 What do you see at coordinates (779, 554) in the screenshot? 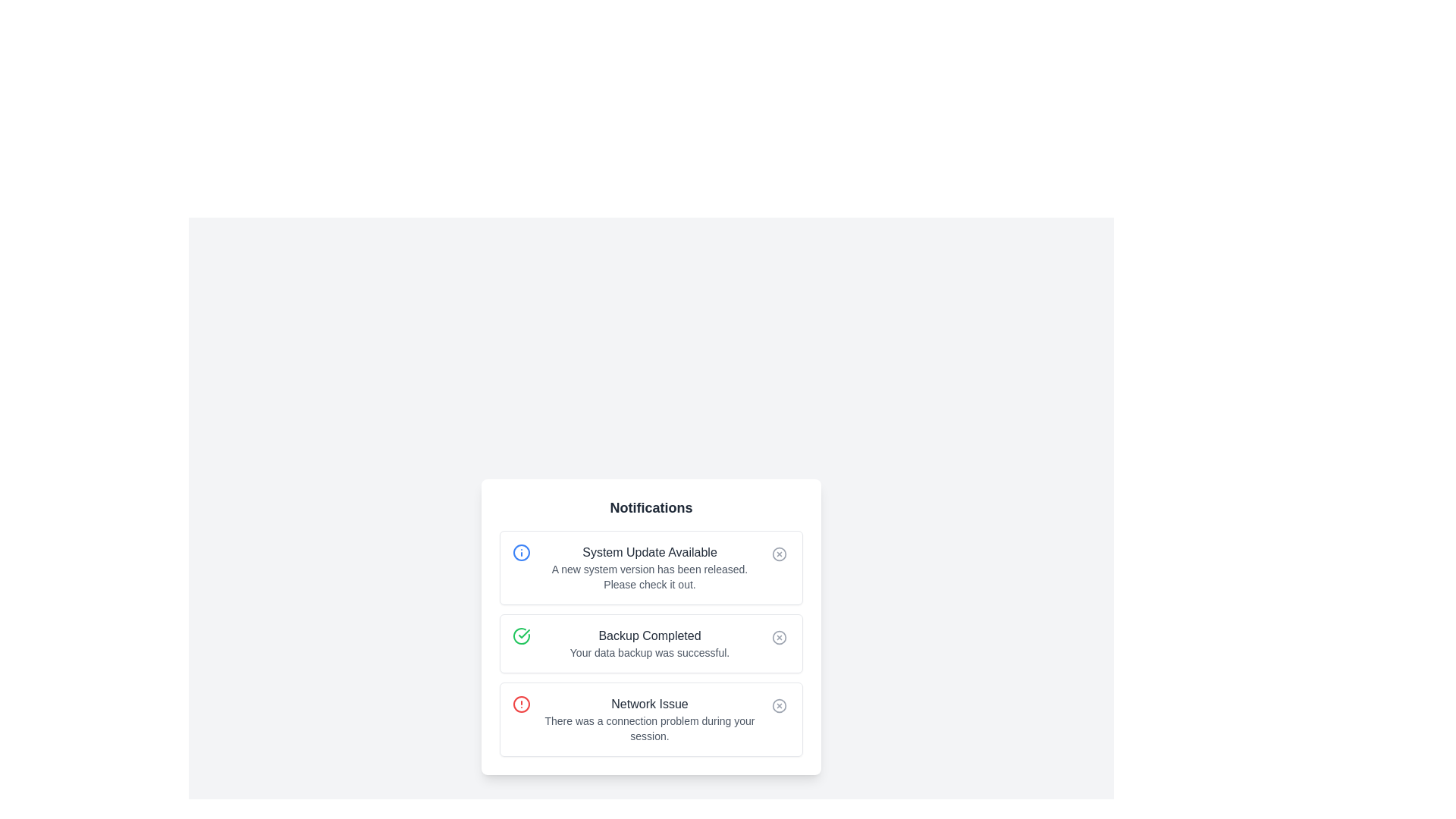
I see `the dismiss button located at the top-right of the 'System Update Available' notification card` at bounding box center [779, 554].